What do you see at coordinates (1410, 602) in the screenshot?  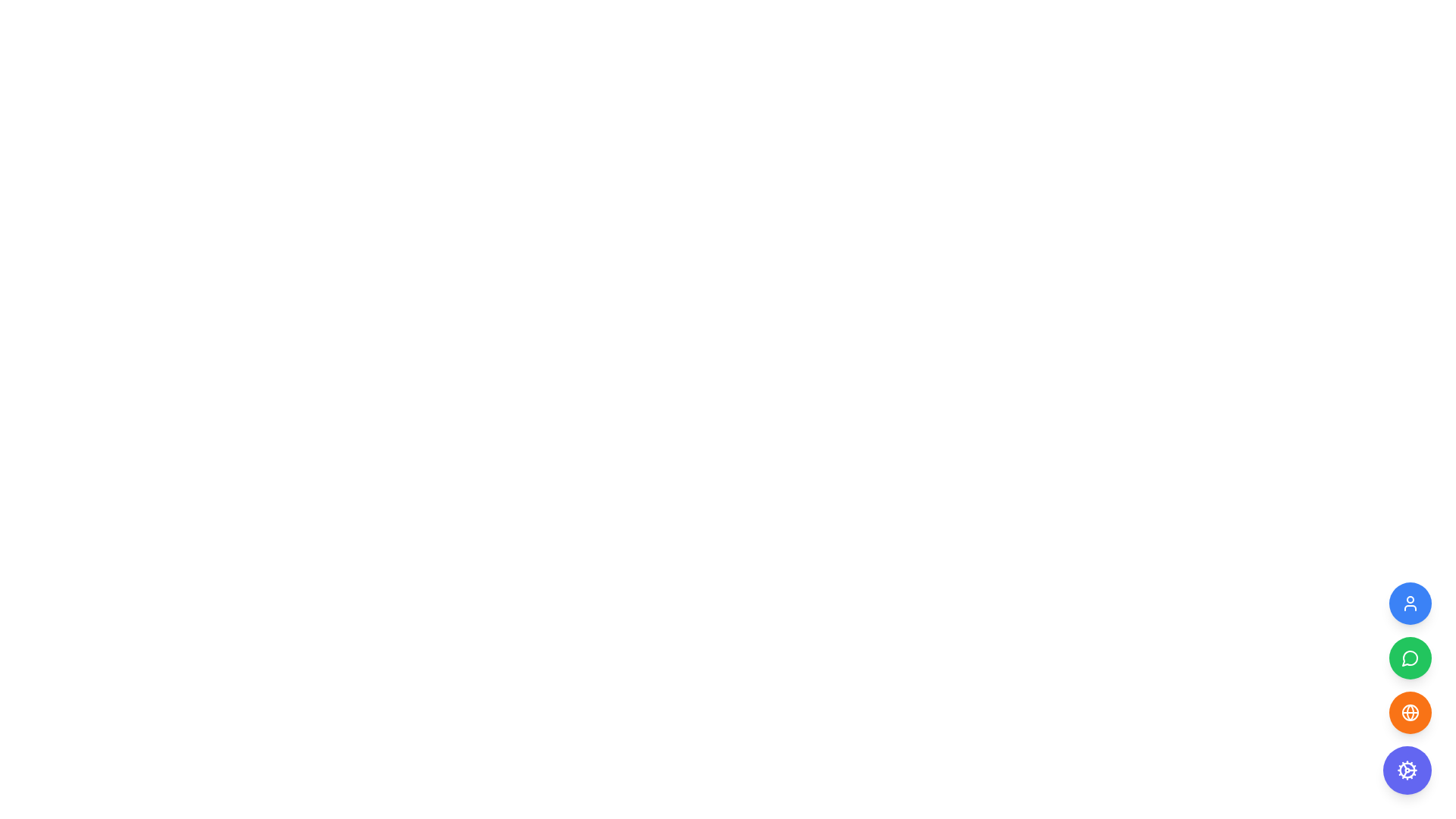 I see `the circular blue button with a white user icon at the bottom-right corner of the interface` at bounding box center [1410, 602].